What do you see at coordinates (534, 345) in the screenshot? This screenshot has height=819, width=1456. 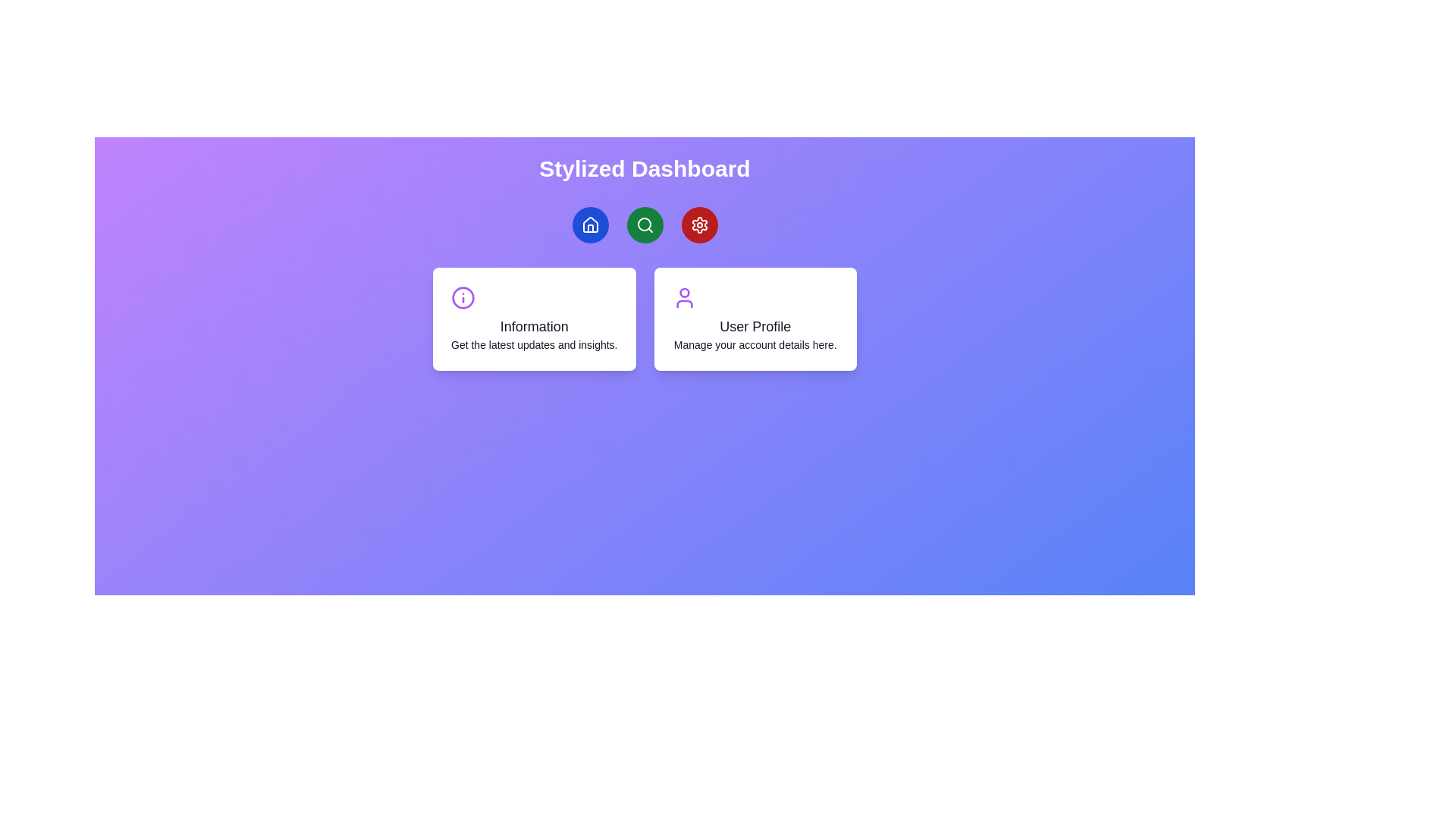 I see `text from the supplementary information Text Label located within the 'Information' card on the interface, positioned below the heading text` at bounding box center [534, 345].